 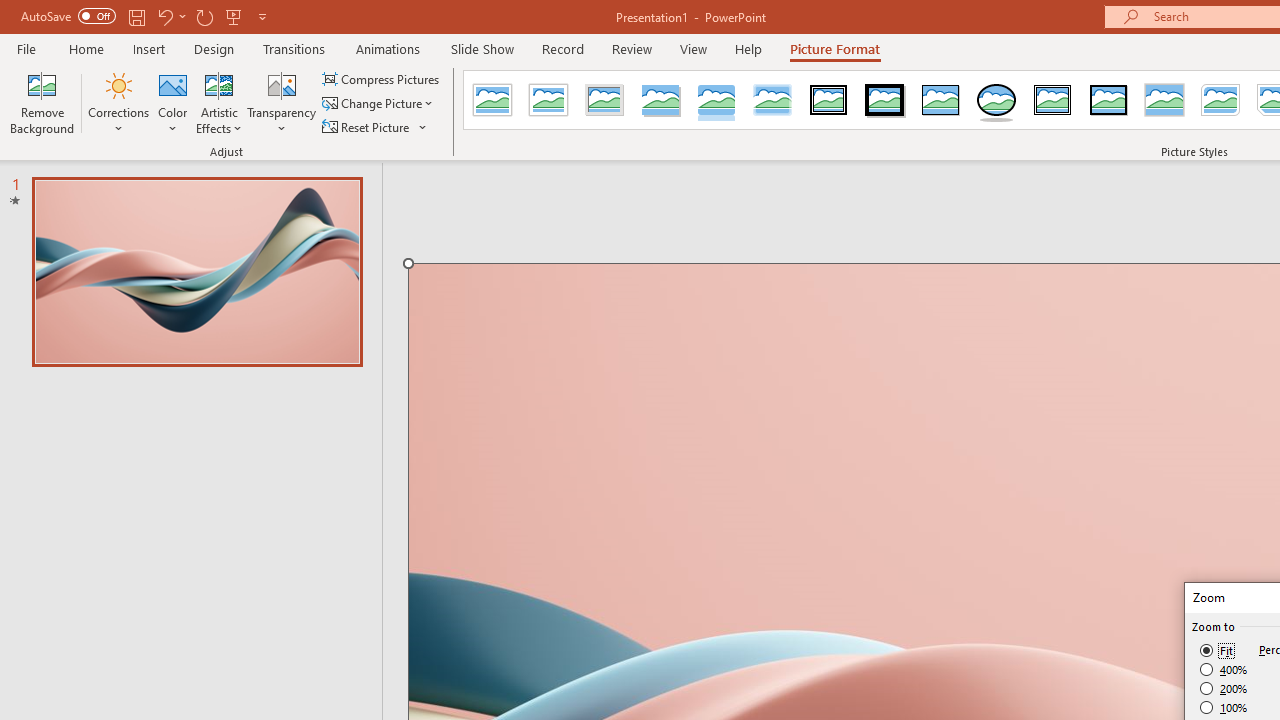 What do you see at coordinates (173, 103) in the screenshot?
I see `'Color'` at bounding box center [173, 103].